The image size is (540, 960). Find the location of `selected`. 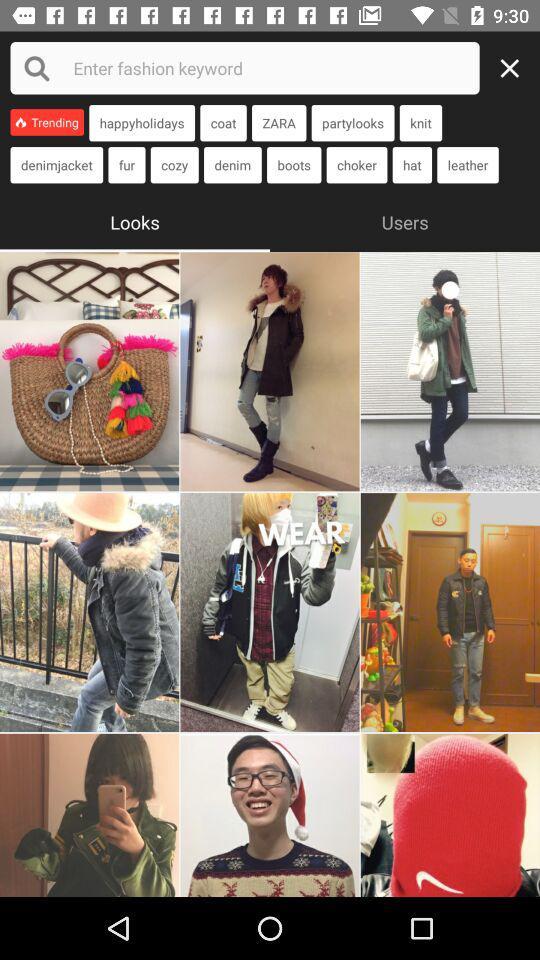

selected is located at coordinates (270, 611).